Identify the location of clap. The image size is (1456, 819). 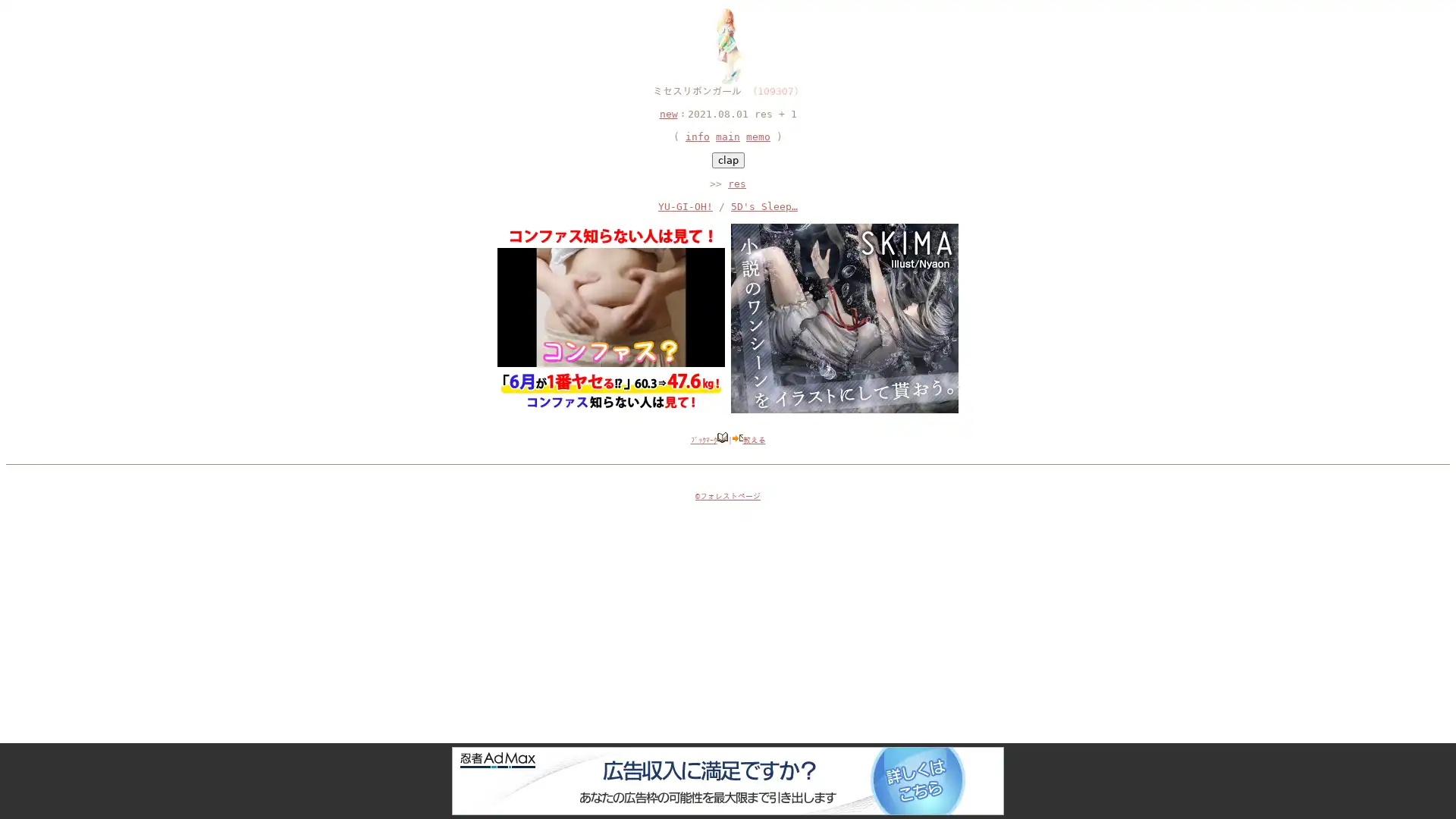
(726, 160).